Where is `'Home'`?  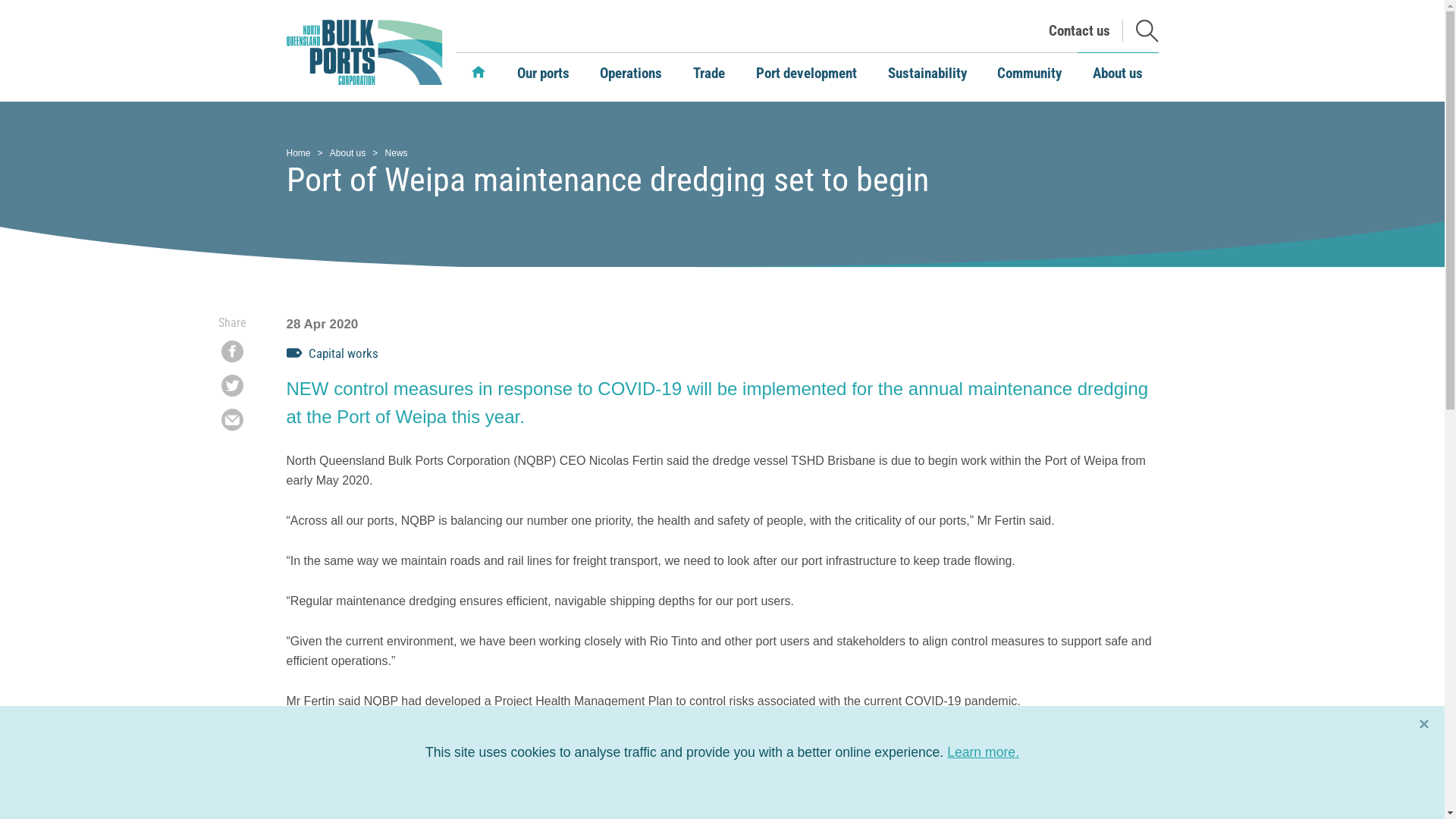
'Home' is located at coordinates (479, 72).